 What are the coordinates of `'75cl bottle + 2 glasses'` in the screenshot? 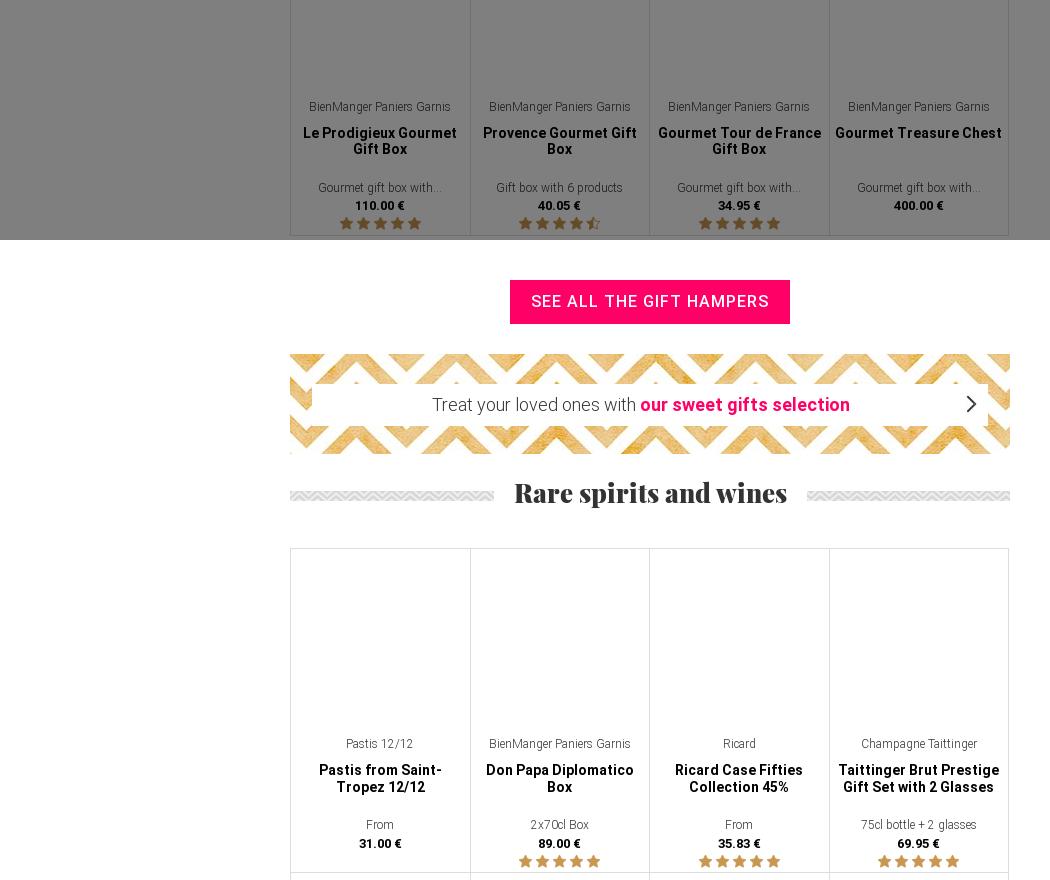 It's located at (859, 824).